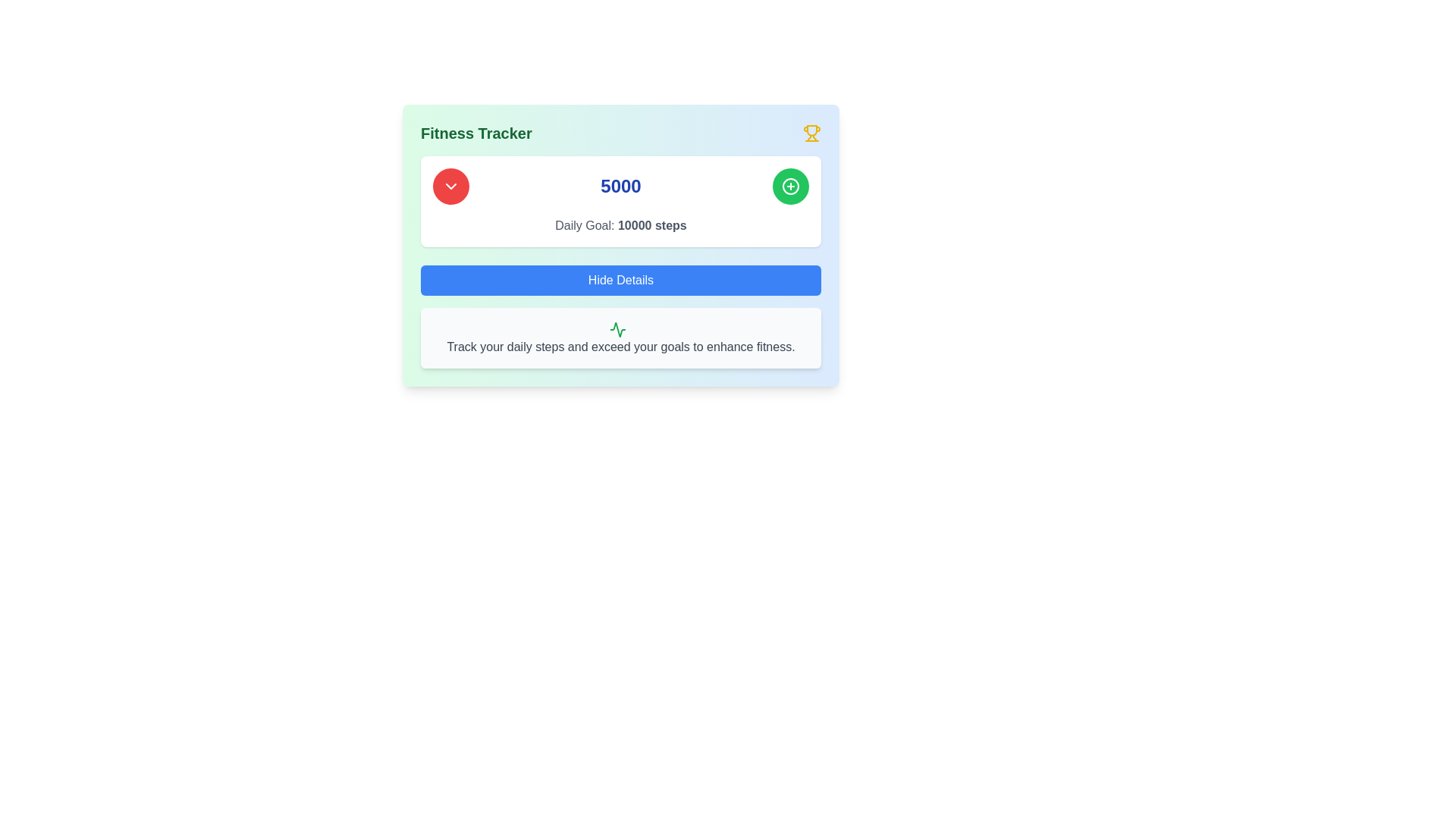  I want to click on the activity monitoring icon located in the top-right corner of the 'Fitness Tracker' box, positioned next to the trophy icon for informational purposes, so click(618, 328).